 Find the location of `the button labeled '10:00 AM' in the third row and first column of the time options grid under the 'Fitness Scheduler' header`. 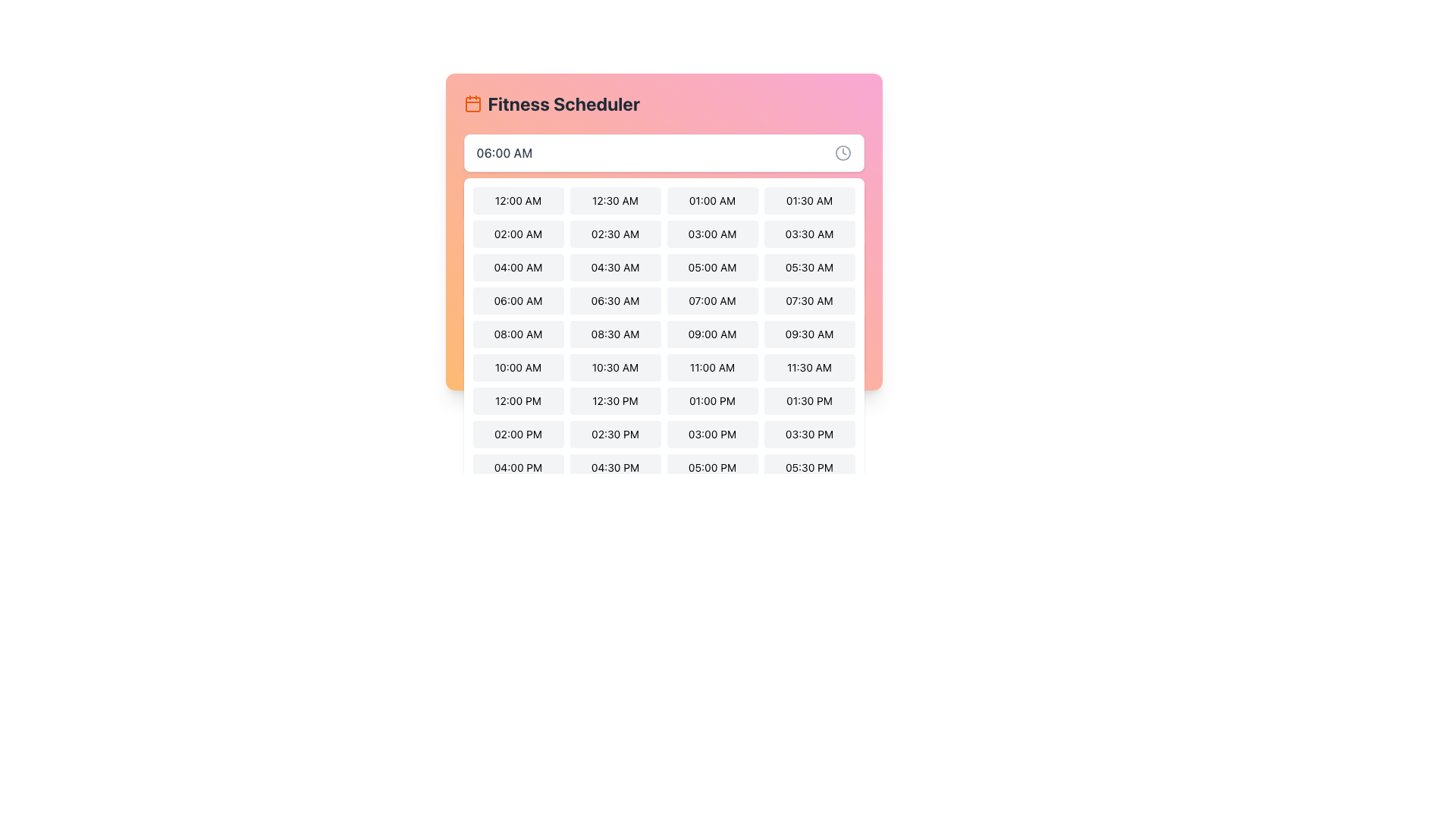

the button labeled '10:00 AM' in the third row and first column of the time options grid under the 'Fitness Scheduler' header is located at coordinates (518, 368).